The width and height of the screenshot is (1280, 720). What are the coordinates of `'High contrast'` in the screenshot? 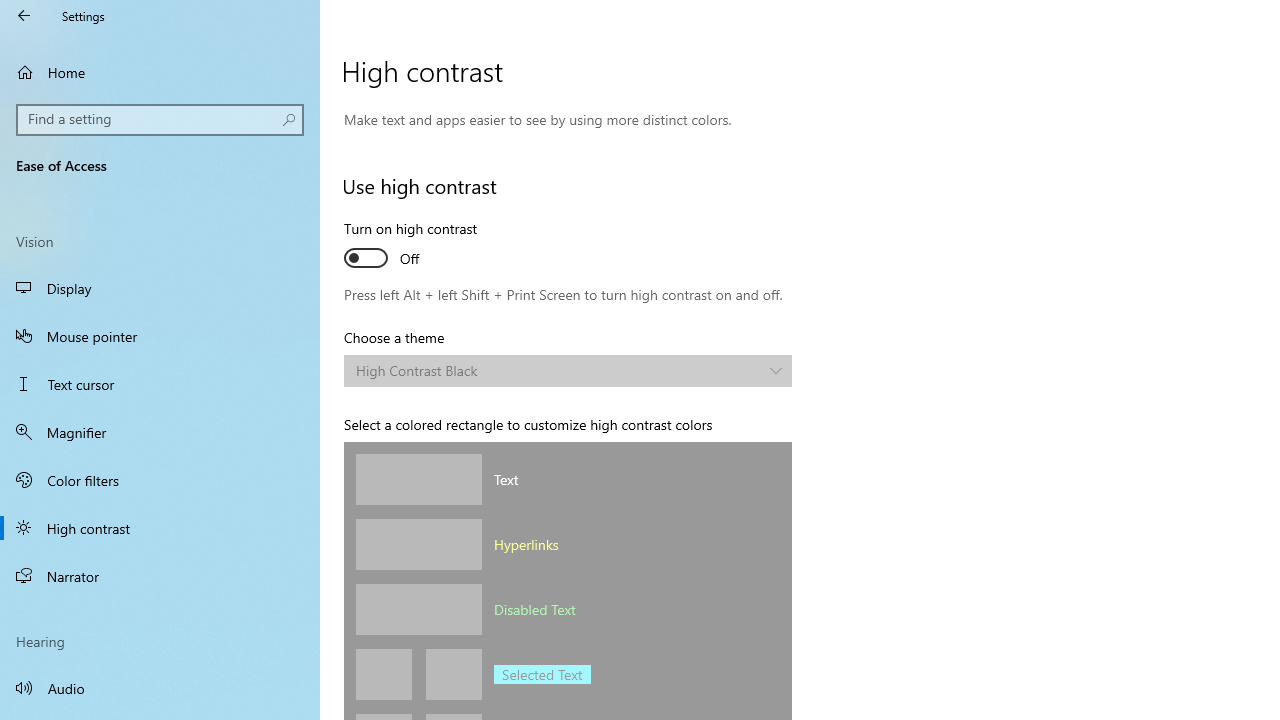 It's located at (160, 527).